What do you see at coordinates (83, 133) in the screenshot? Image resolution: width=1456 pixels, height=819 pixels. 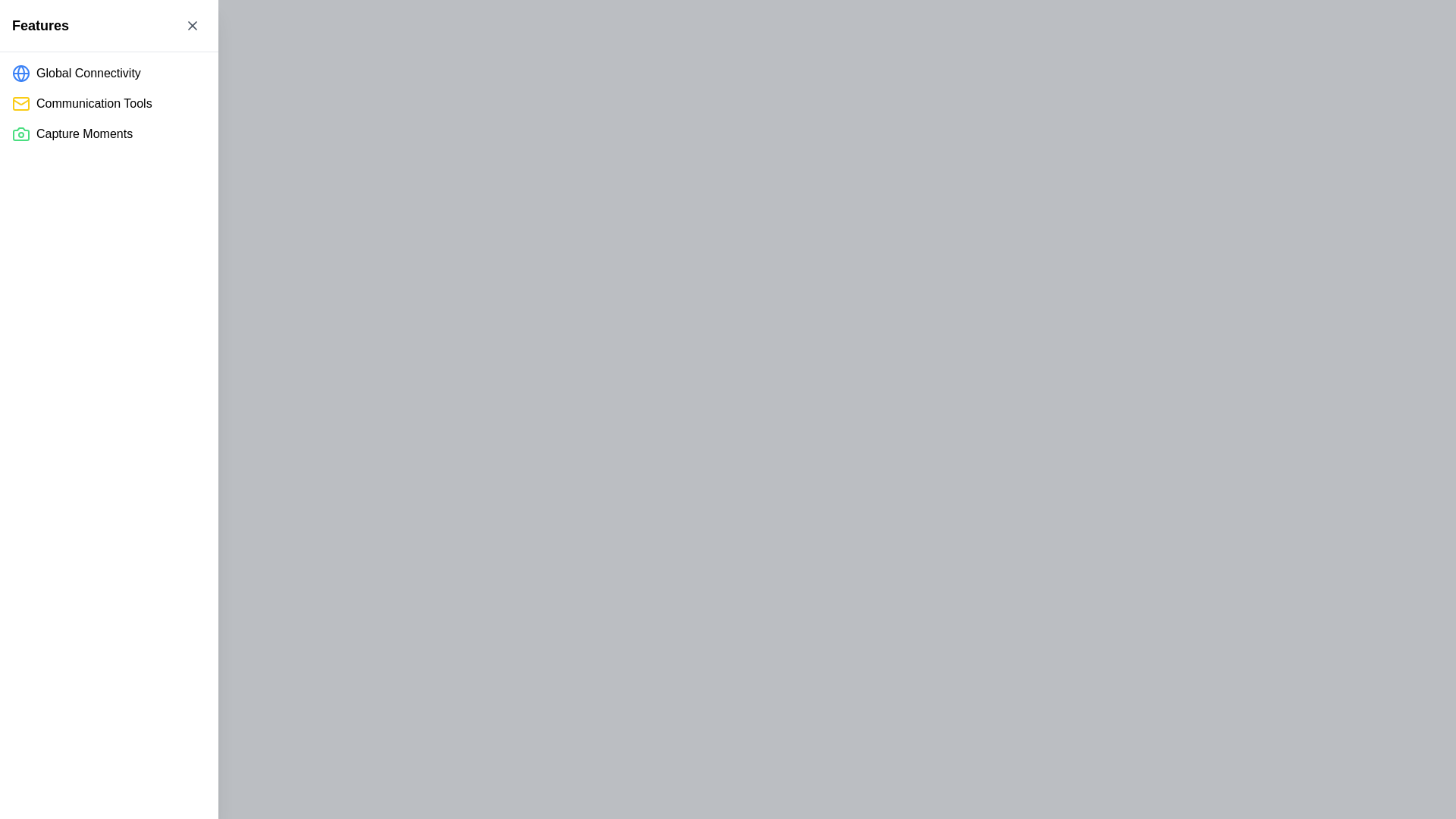 I see `the 'Capture Moments' text label located in the left sidebar, which is the third item in a vertical list of feature options` at bounding box center [83, 133].